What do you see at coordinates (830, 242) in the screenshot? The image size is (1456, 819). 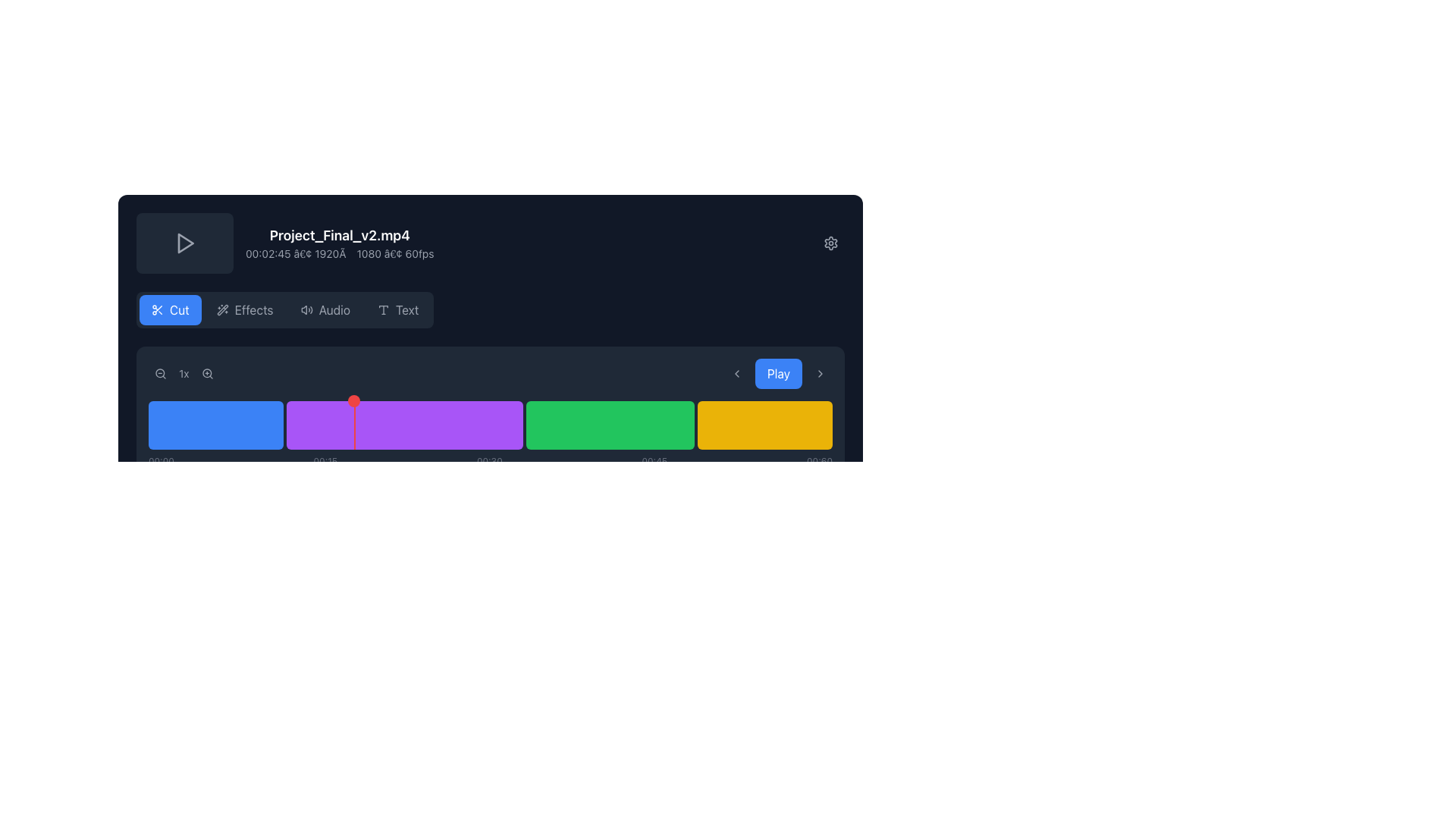 I see `the gear icon located in the top-right corner of the interface` at bounding box center [830, 242].